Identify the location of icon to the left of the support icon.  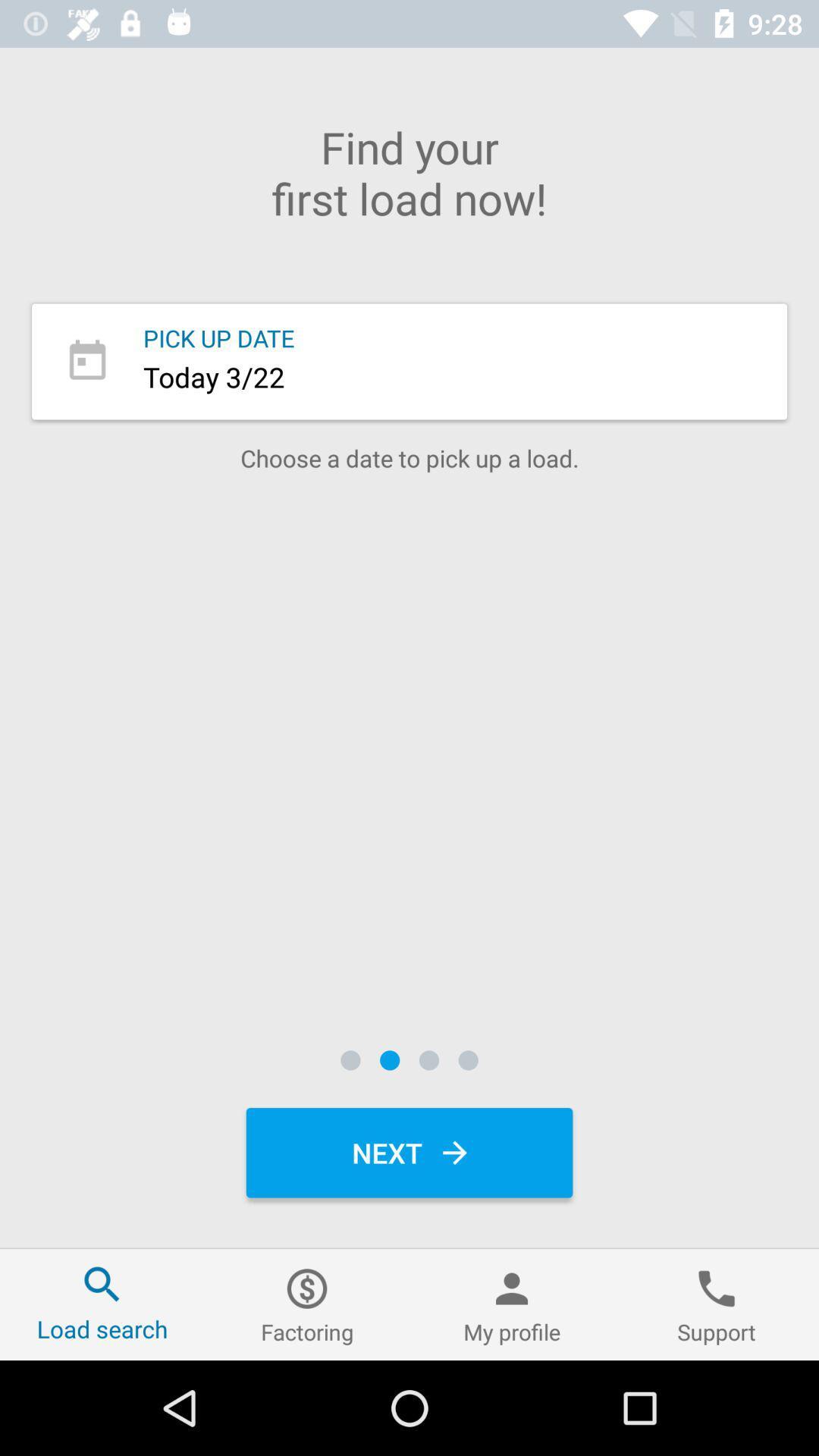
(512, 1304).